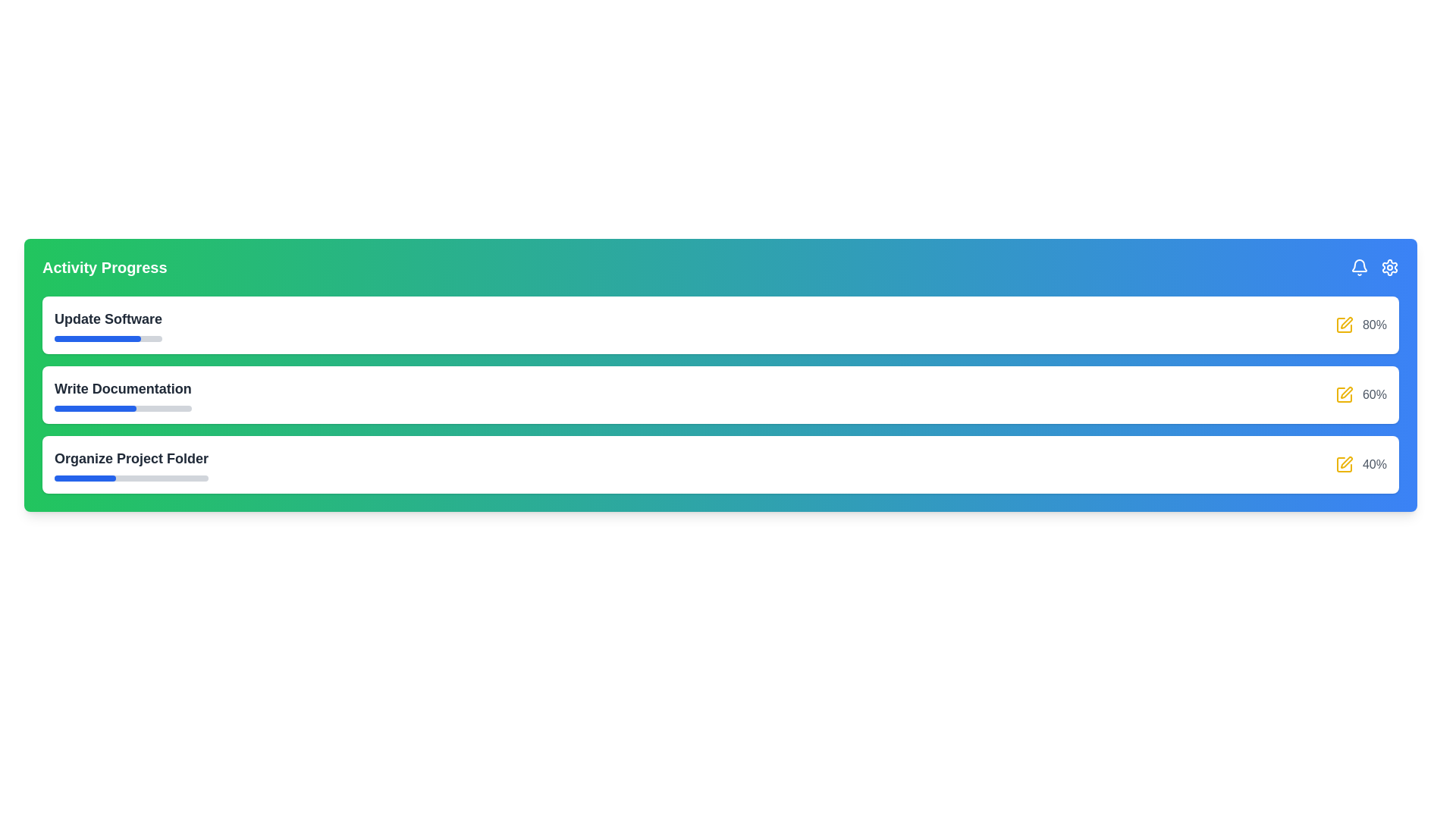 The width and height of the screenshot is (1456, 819). What do you see at coordinates (104, 267) in the screenshot?
I see `the header label that serves as the title for the section, positioned at the leftmost region above the task-related items` at bounding box center [104, 267].